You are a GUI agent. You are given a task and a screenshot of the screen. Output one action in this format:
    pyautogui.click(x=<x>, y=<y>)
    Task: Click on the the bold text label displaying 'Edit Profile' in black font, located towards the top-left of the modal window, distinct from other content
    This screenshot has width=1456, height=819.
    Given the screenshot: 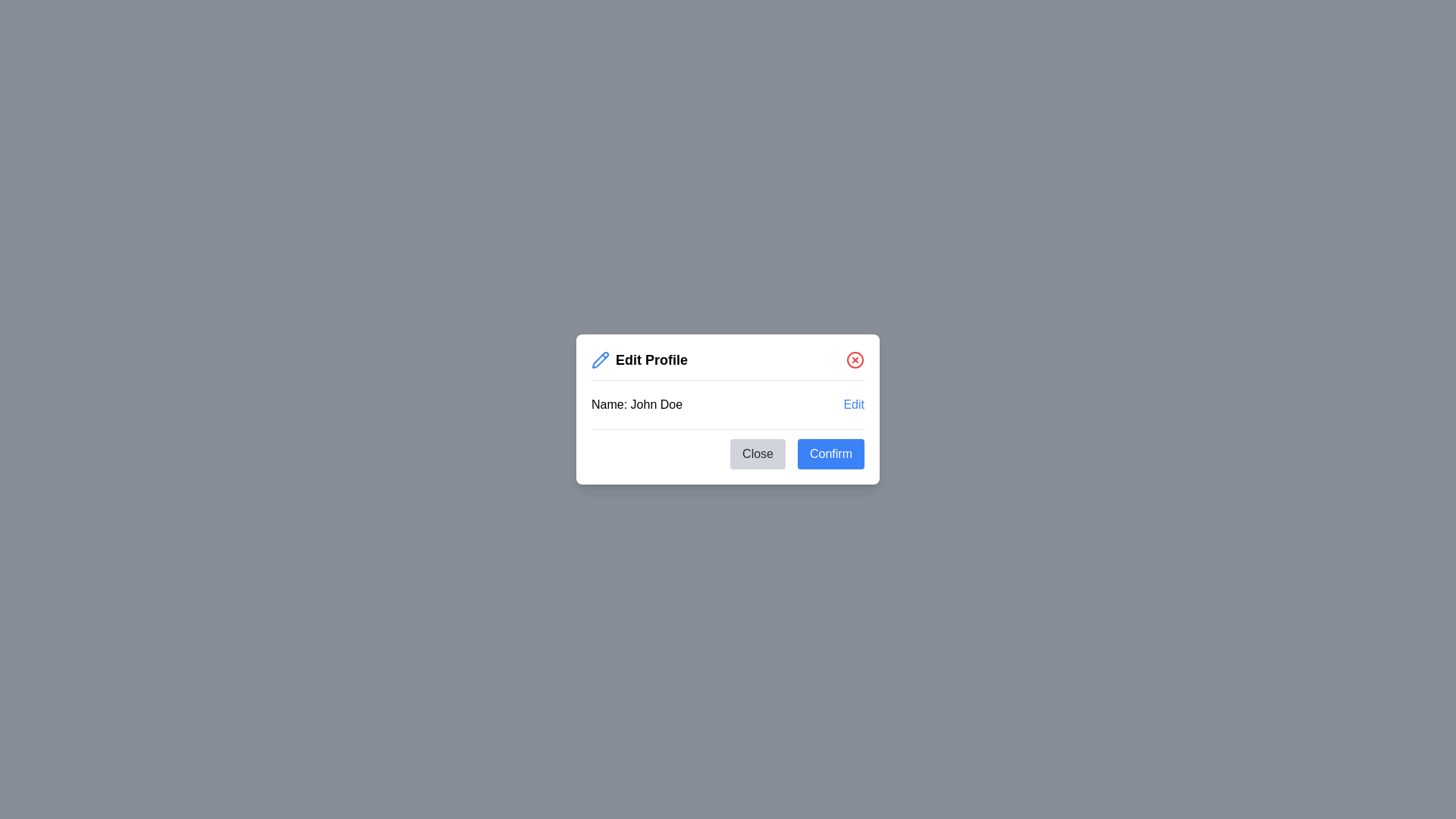 What is the action you would take?
    pyautogui.click(x=651, y=359)
    